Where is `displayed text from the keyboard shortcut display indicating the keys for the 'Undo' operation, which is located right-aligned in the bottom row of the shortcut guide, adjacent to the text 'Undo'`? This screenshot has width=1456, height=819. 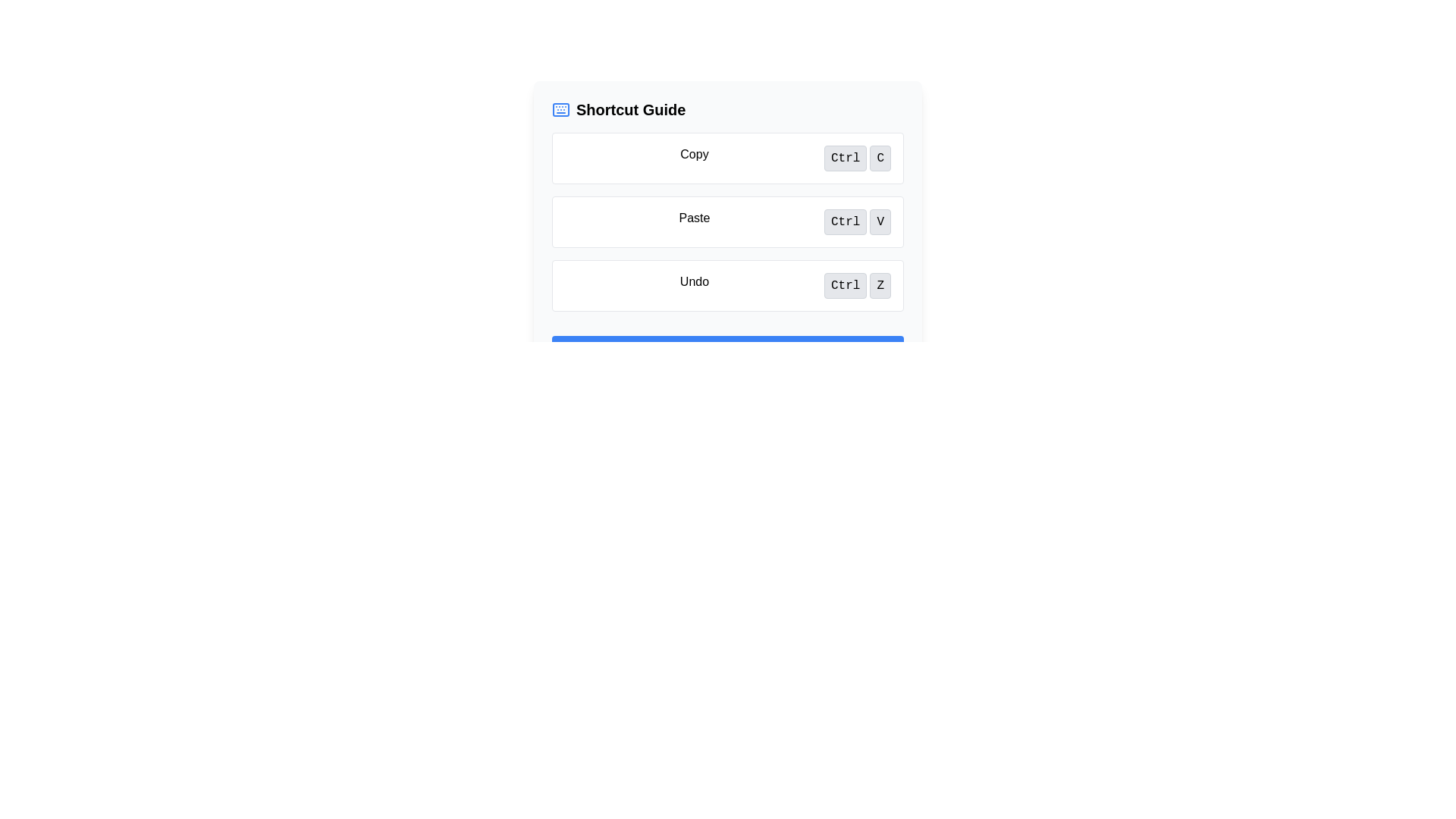
displayed text from the keyboard shortcut display indicating the keys for the 'Undo' operation, which is located right-aligned in the bottom row of the shortcut guide, adjacent to the text 'Undo' is located at coordinates (858, 286).